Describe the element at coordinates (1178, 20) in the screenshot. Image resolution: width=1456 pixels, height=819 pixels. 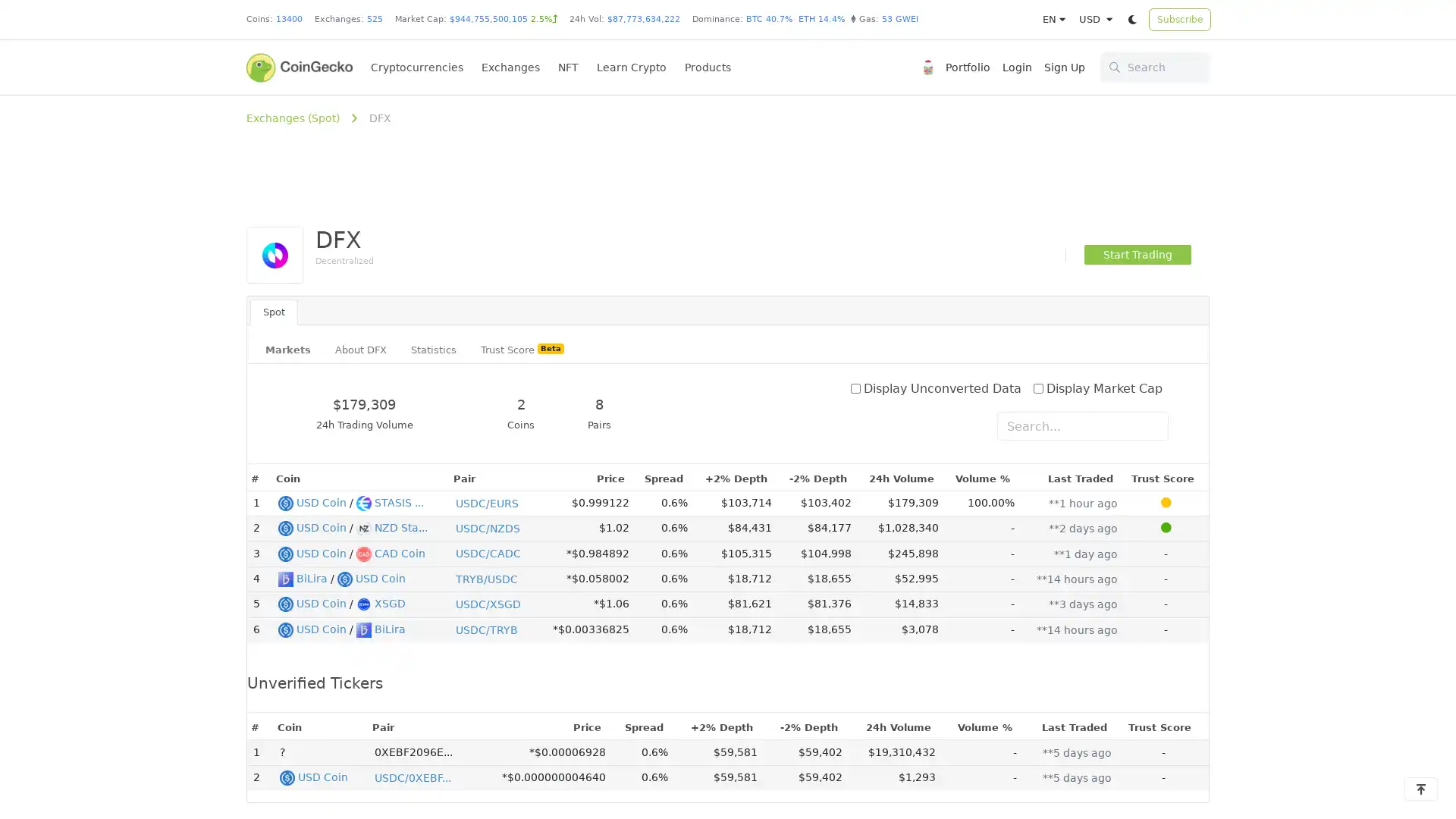
I see `Subscribe` at that location.